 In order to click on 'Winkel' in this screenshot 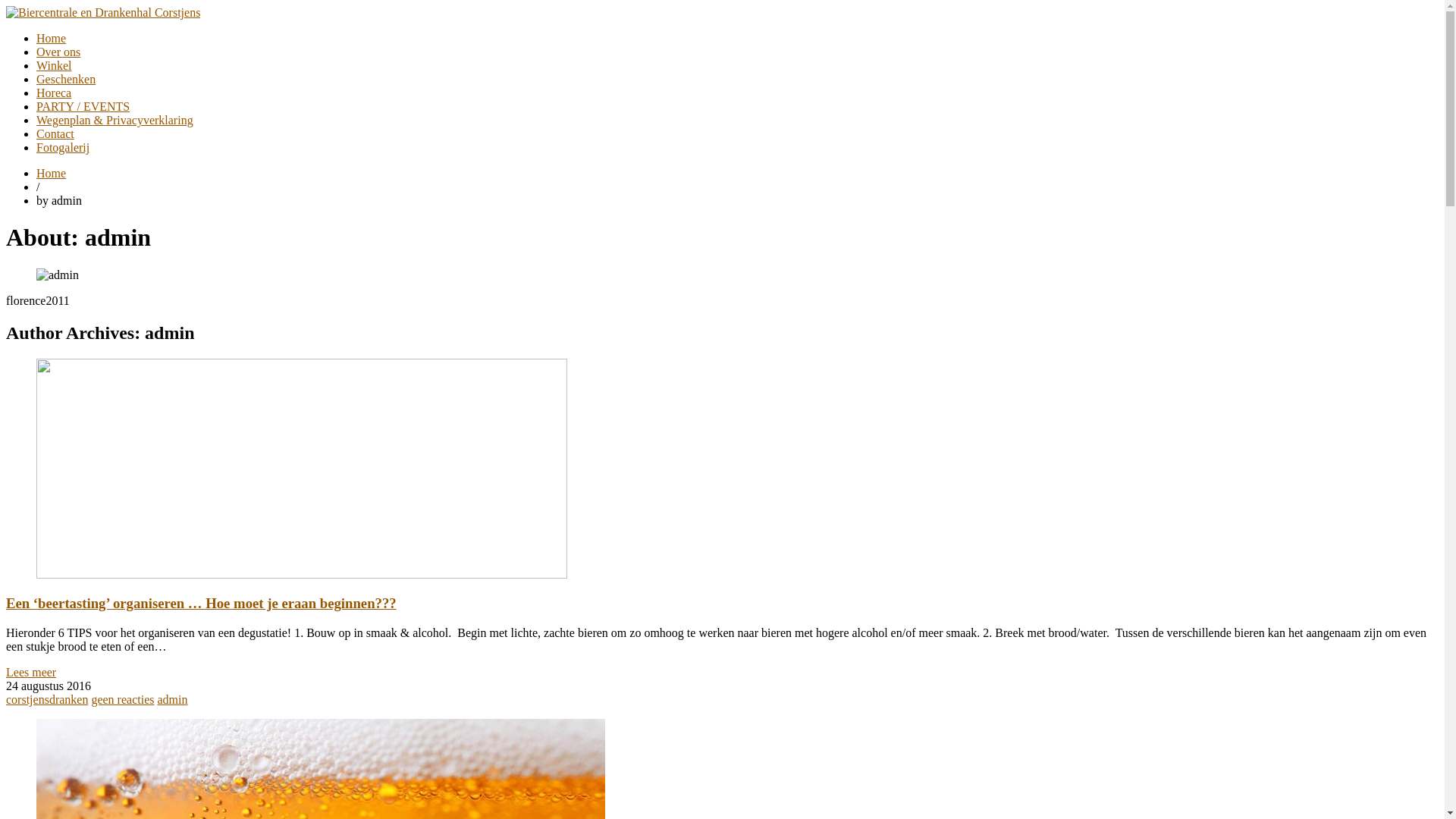, I will do `click(54, 64)`.